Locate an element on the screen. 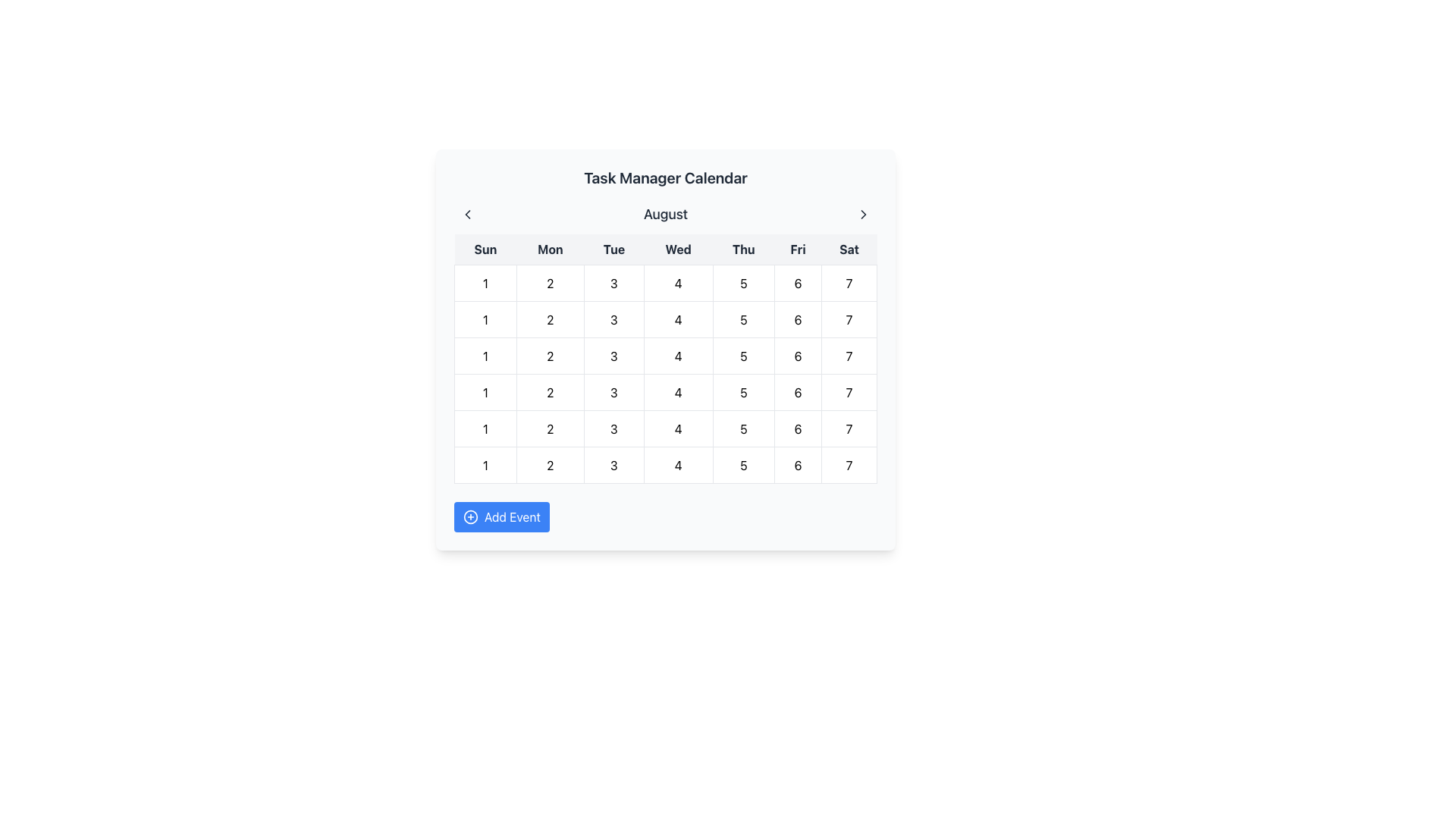  the grid cell containing the digit '6' in the first row and fifth column of the calendar grid is located at coordinates (797, 283).